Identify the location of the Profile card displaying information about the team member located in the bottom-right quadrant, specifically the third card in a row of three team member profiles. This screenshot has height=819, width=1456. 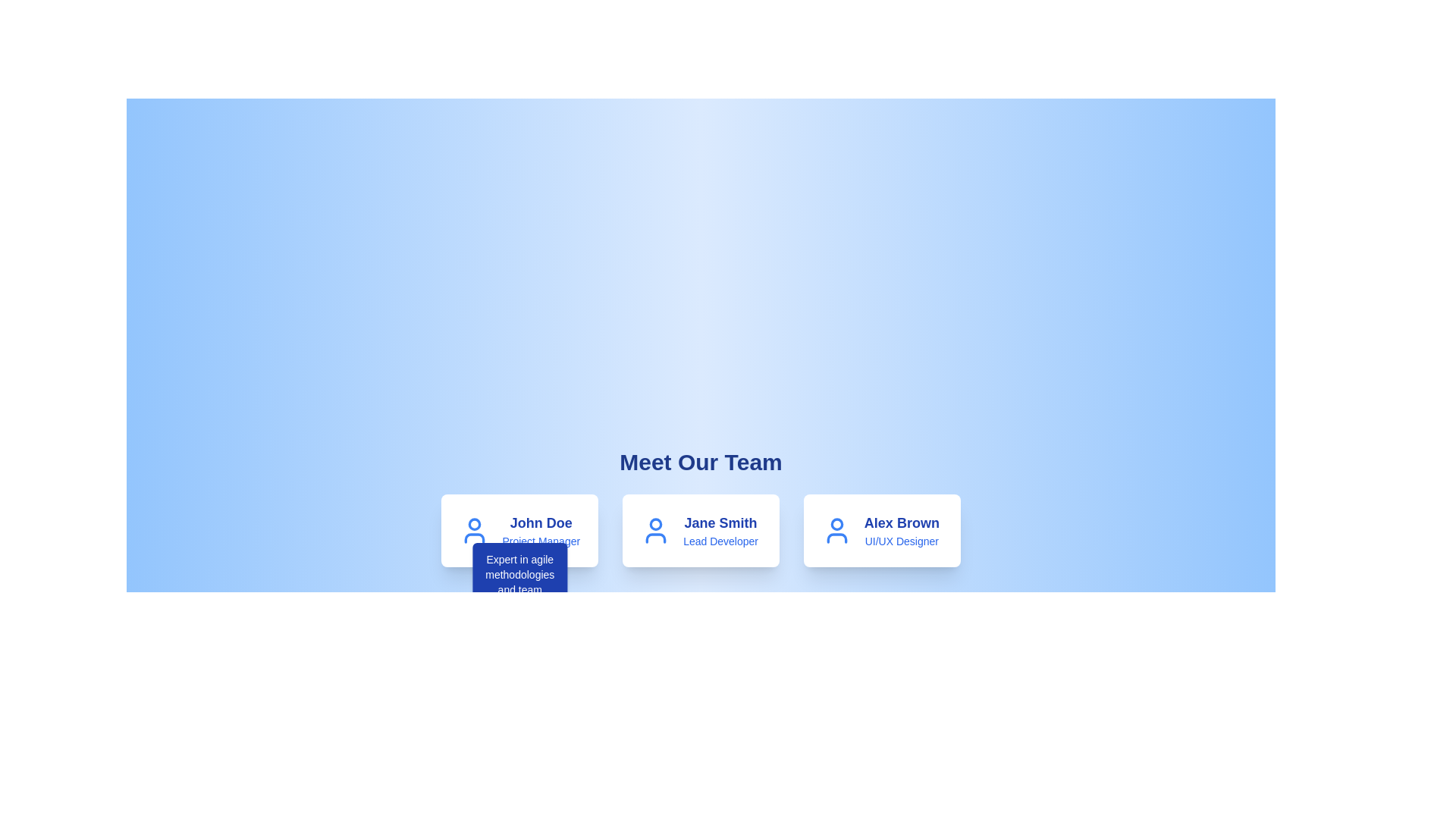
(882, 529).